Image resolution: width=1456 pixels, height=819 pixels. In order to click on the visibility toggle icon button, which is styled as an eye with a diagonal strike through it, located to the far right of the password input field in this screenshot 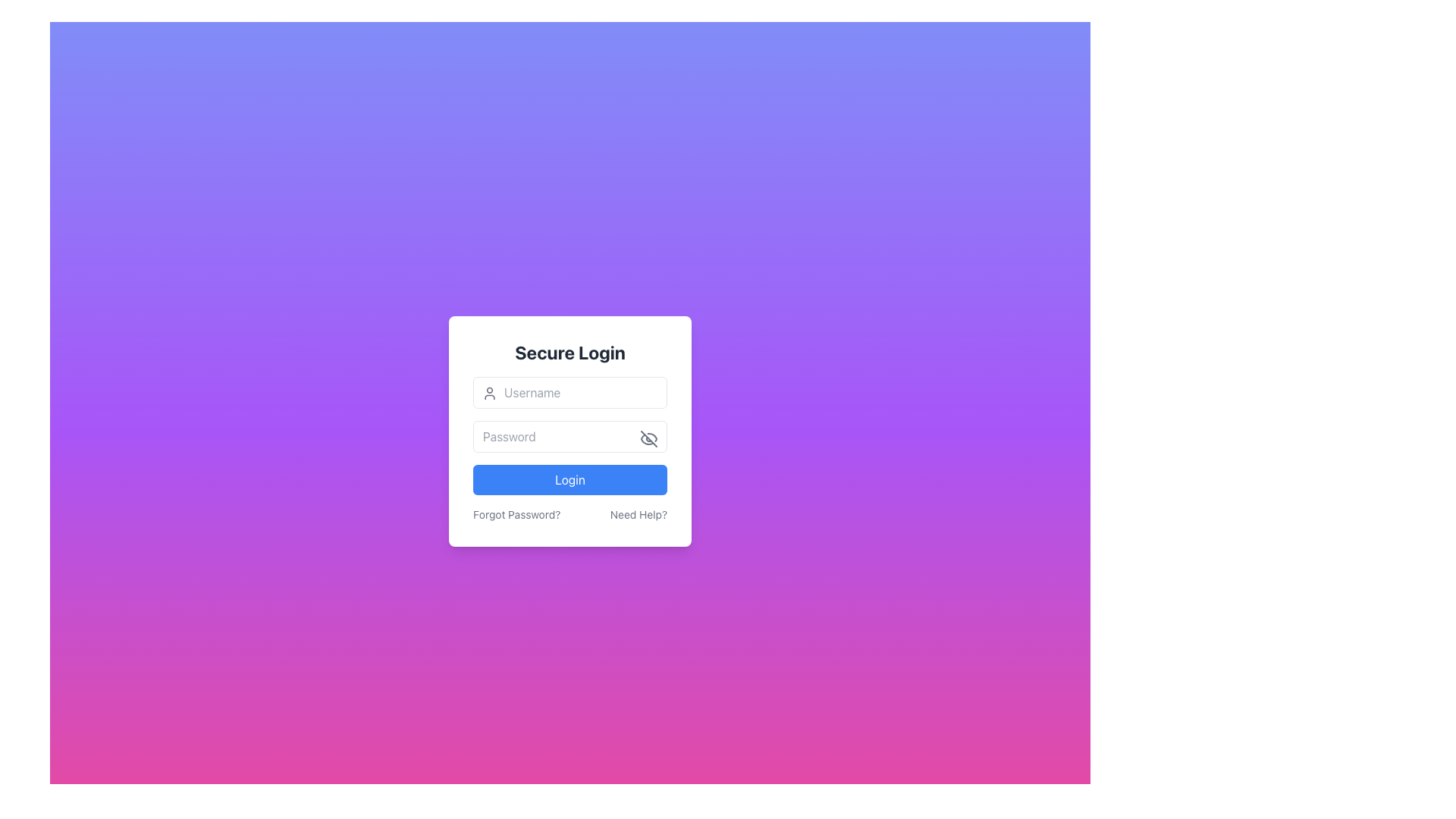, I will do `click(648, 438)`.